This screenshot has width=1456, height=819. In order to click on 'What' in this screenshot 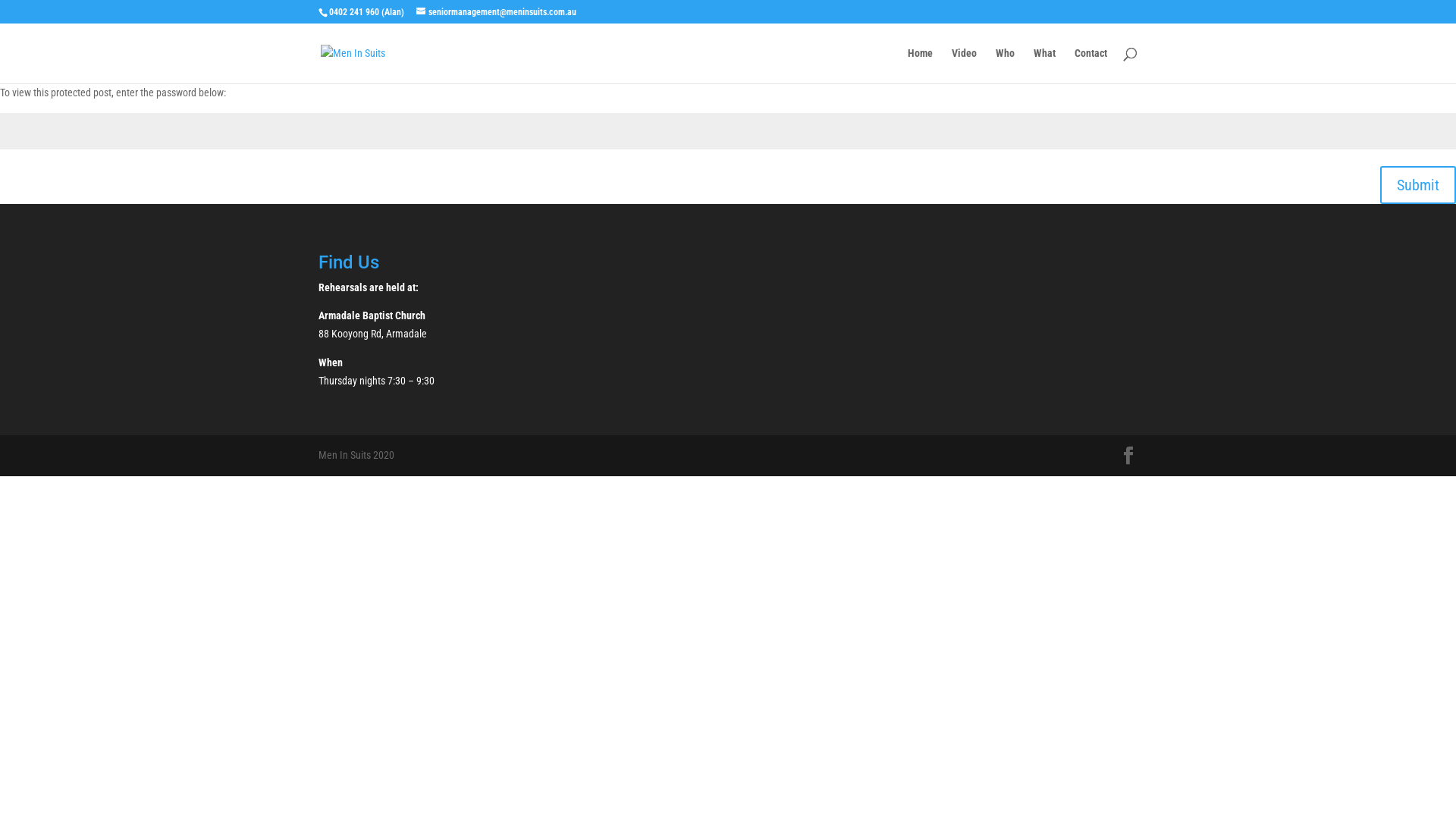, I will do `click(1043, 64)`.